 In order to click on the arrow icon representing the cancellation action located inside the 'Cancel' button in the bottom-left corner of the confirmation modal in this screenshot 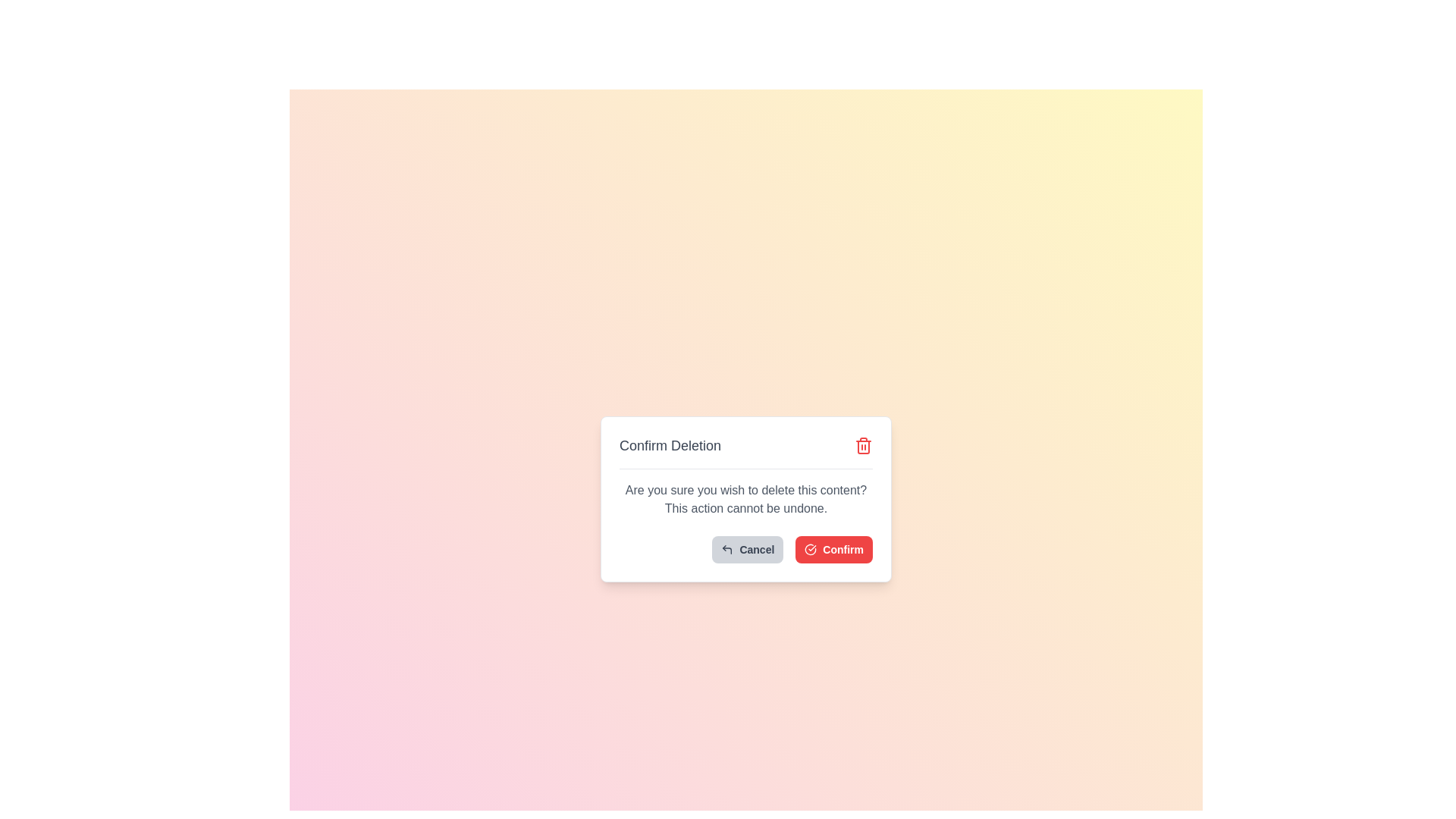, I will do `click(726, 549)`.